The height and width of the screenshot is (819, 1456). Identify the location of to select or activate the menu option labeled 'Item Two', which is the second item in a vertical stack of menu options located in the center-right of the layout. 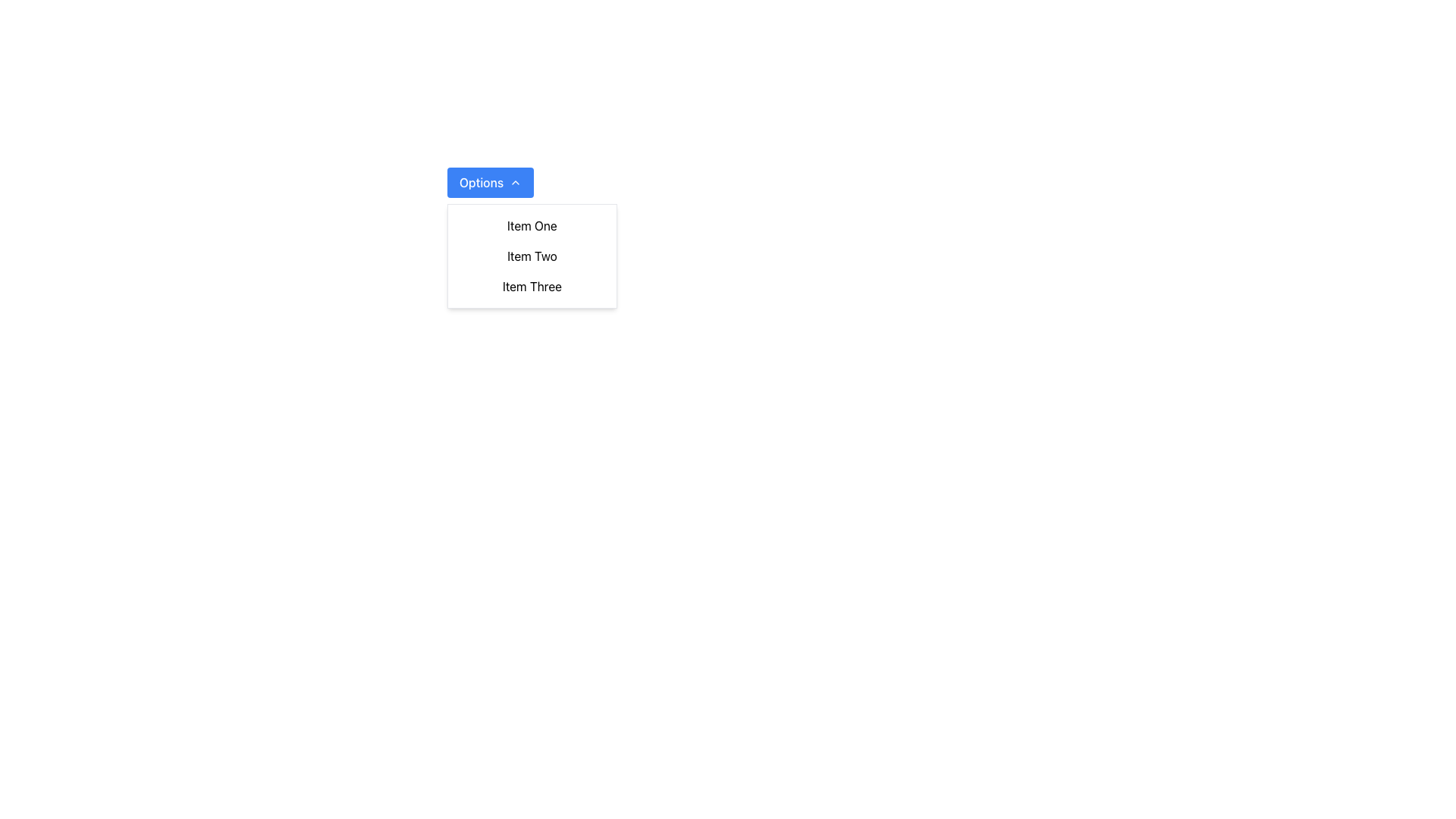
(532, 256).